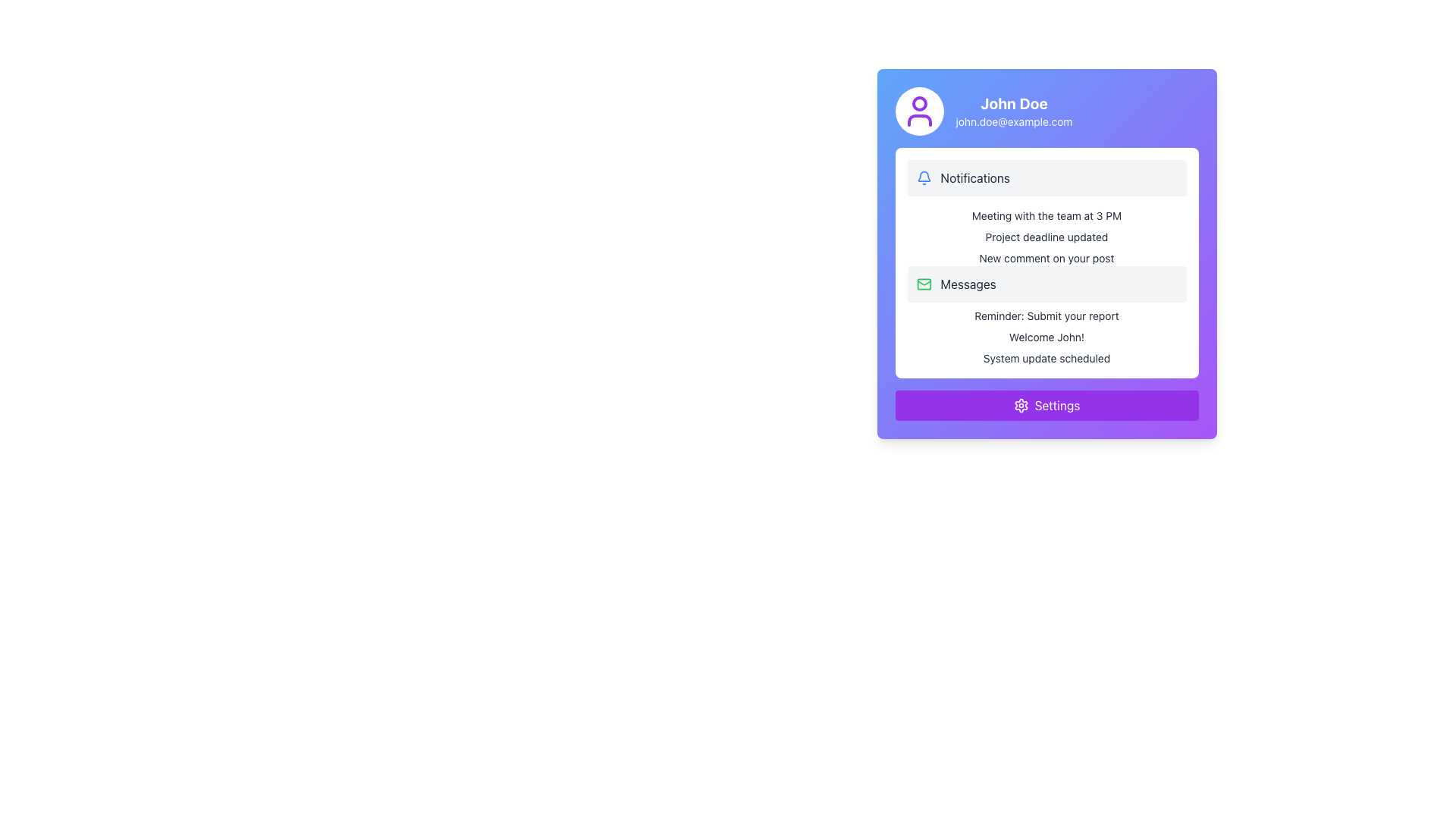  What do you see at coordinates (1046, 257) in the screenshot?
I see `the static text displaying 'New comment on your post' located in the Notifications section, which is the third item in a vertical list` at bounding box center [1046, 257].